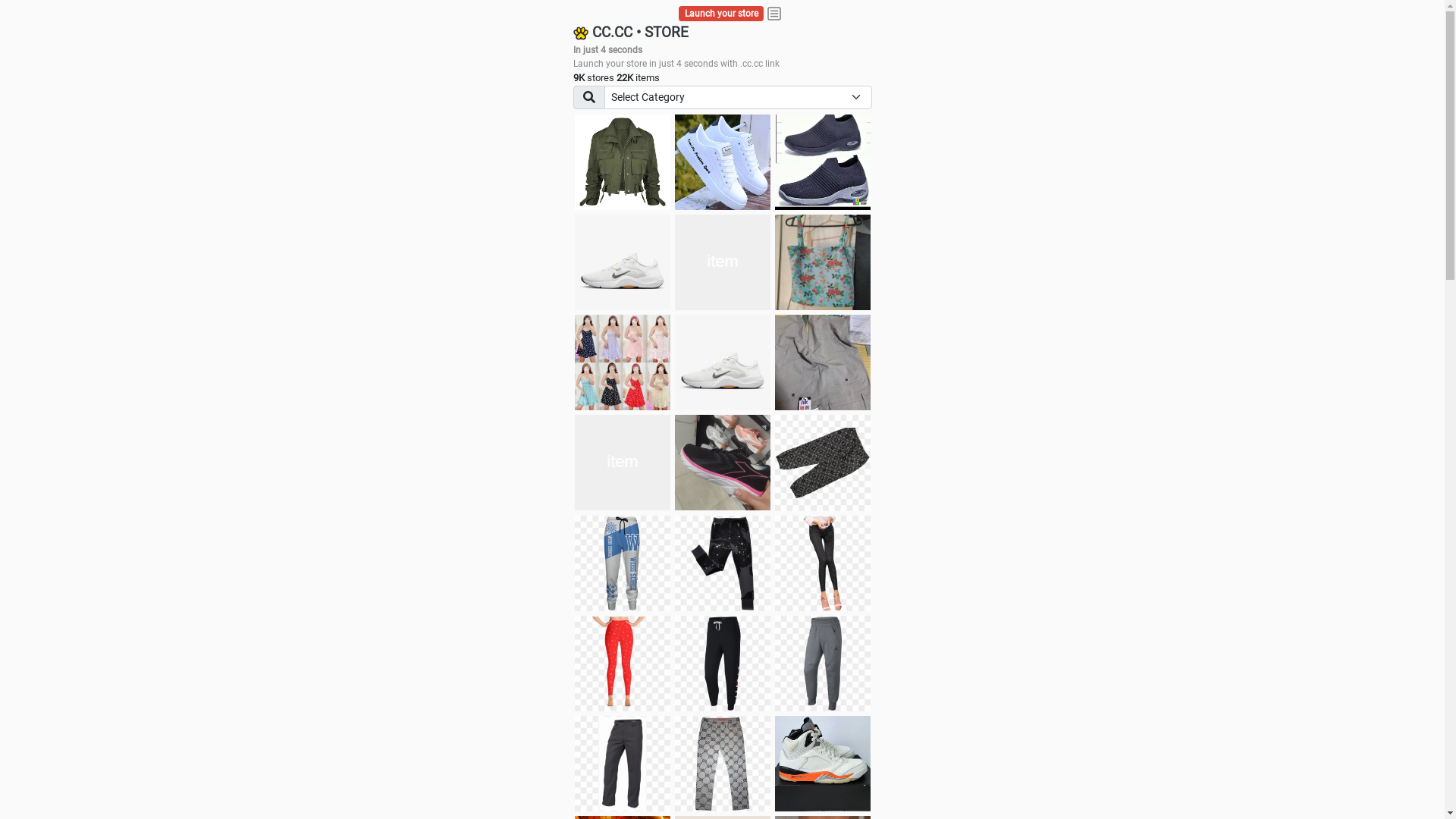 This screenshot has width=1456, height=819. I want to click on 'Pant', so click(722, 763).